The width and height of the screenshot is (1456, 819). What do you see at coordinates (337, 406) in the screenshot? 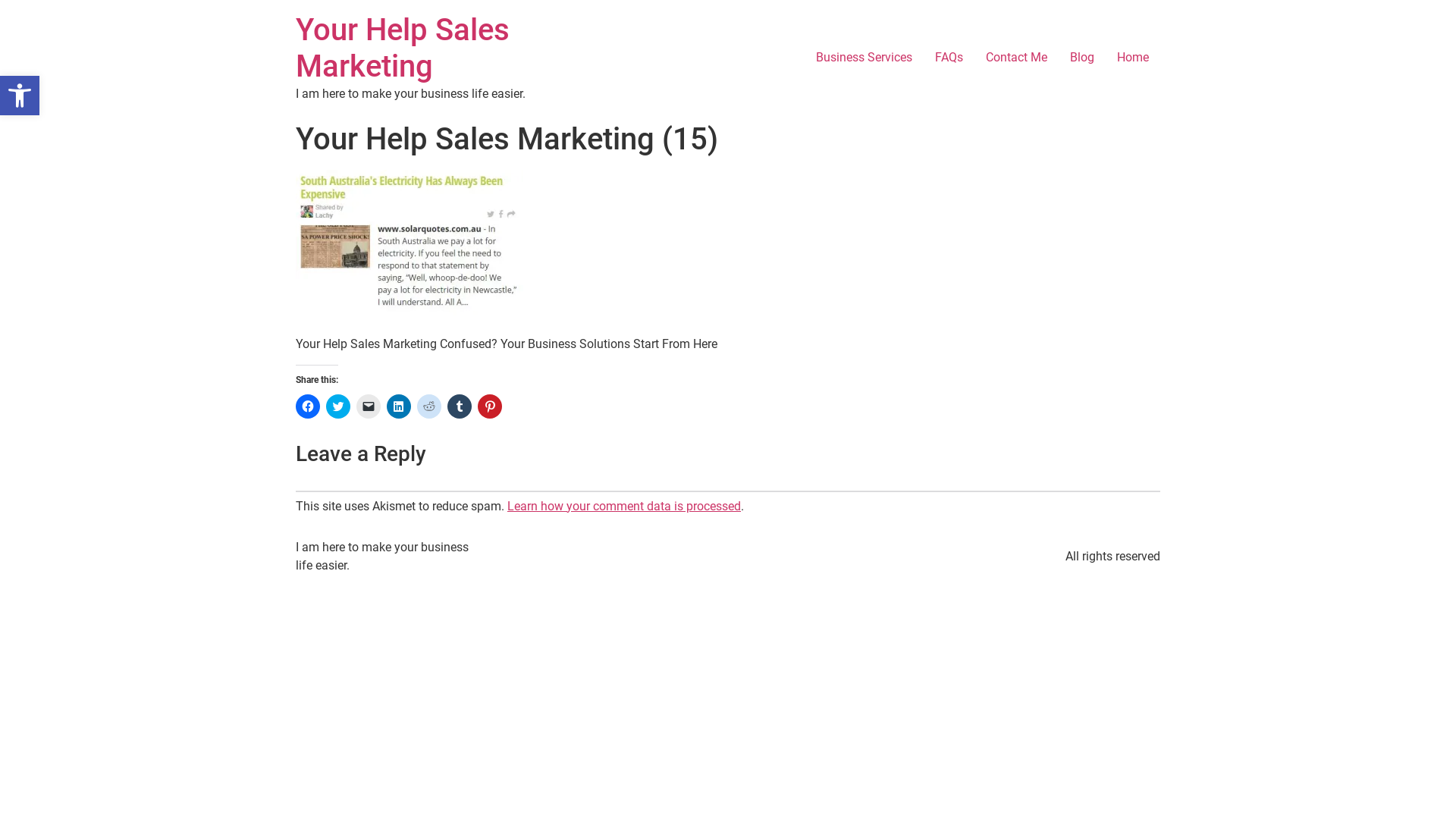
I see `'Click to share on Twitter (Opens in new window)'` at bounding box center [337, 406].